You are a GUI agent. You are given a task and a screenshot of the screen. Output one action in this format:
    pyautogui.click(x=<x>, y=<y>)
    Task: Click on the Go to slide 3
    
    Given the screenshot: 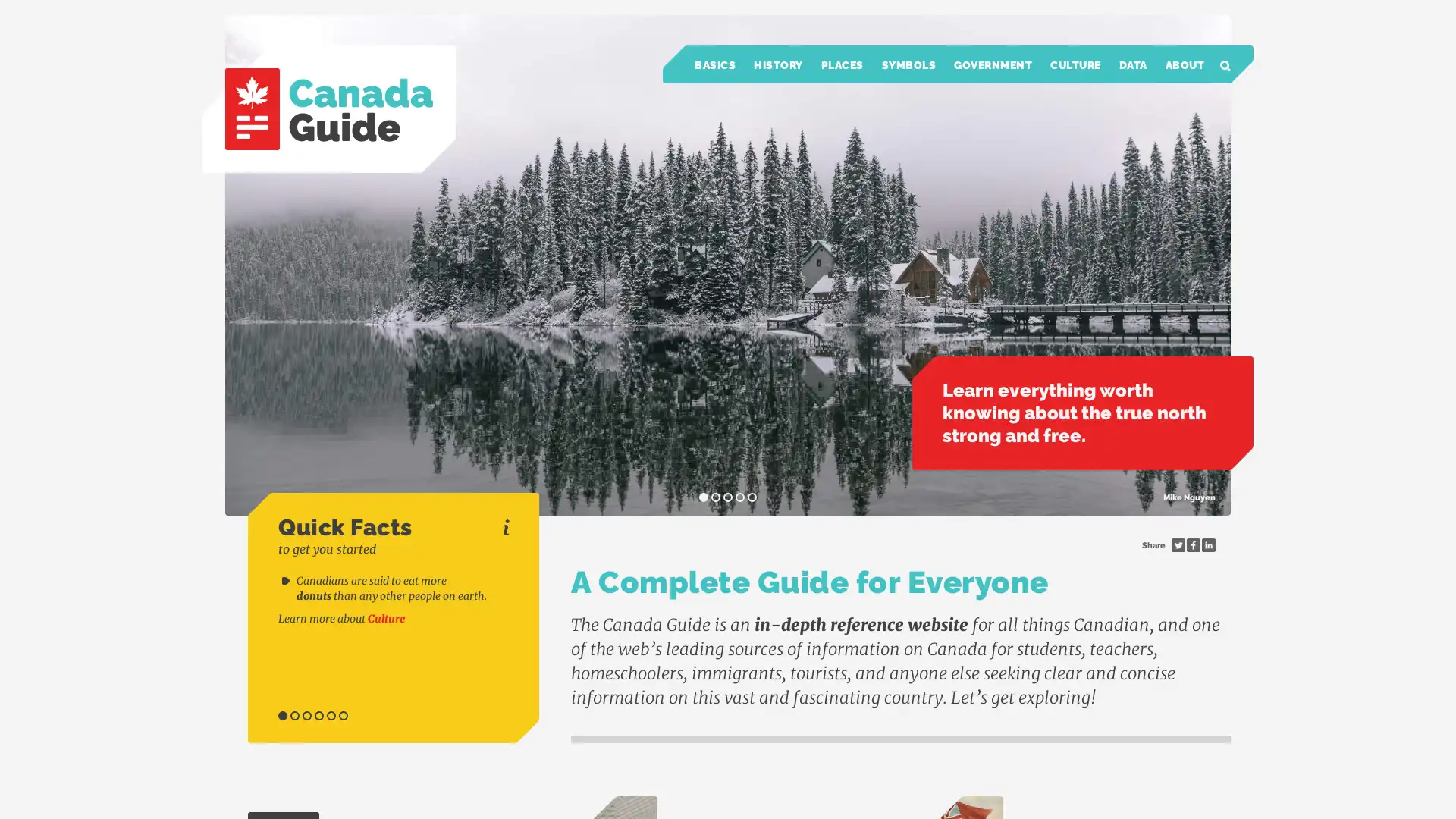 What is the action you would take?
    pyautogui.click(x=728, y=497)
    